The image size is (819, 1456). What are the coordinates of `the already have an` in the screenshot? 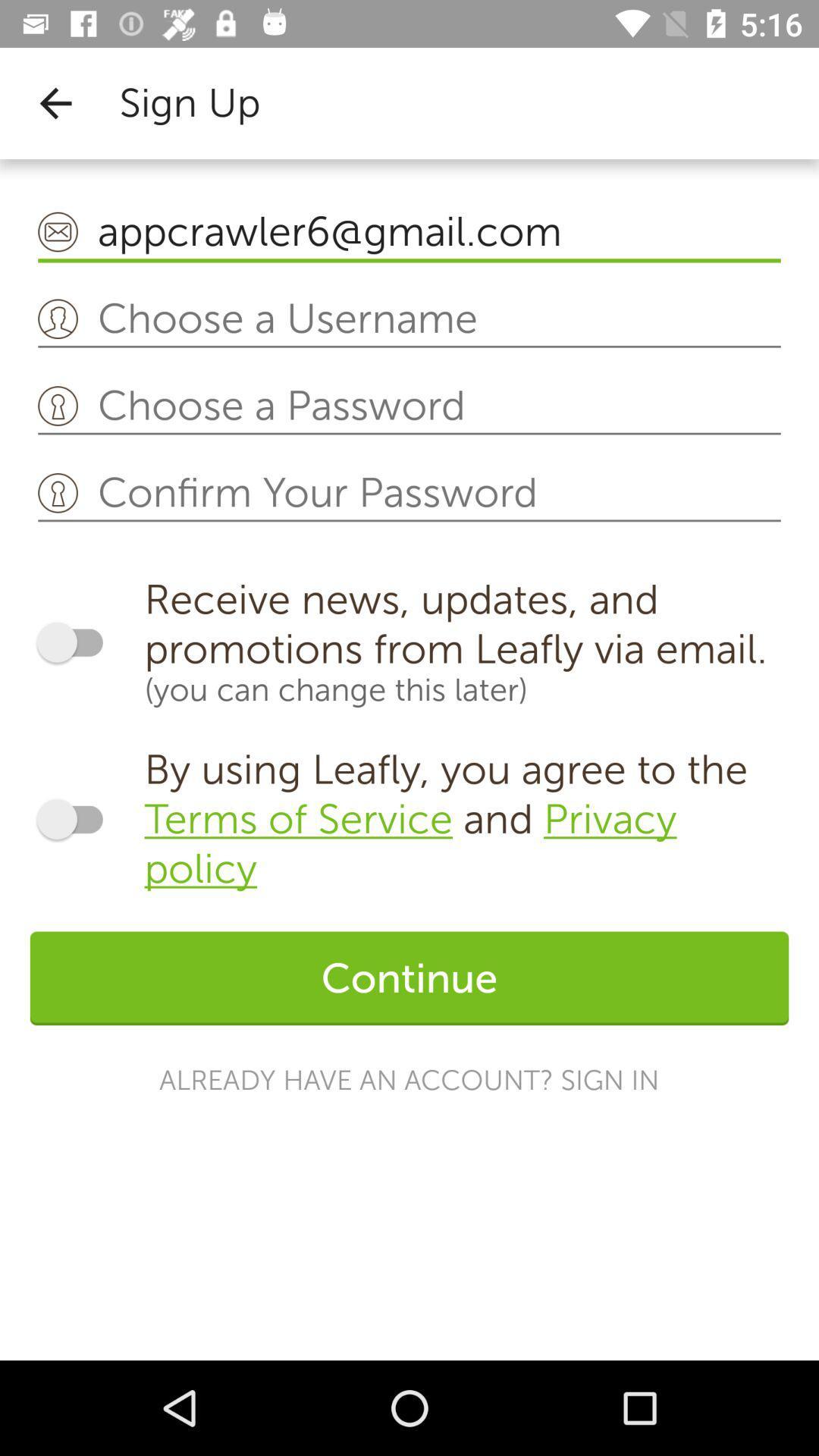 It's located at (408, 1080).